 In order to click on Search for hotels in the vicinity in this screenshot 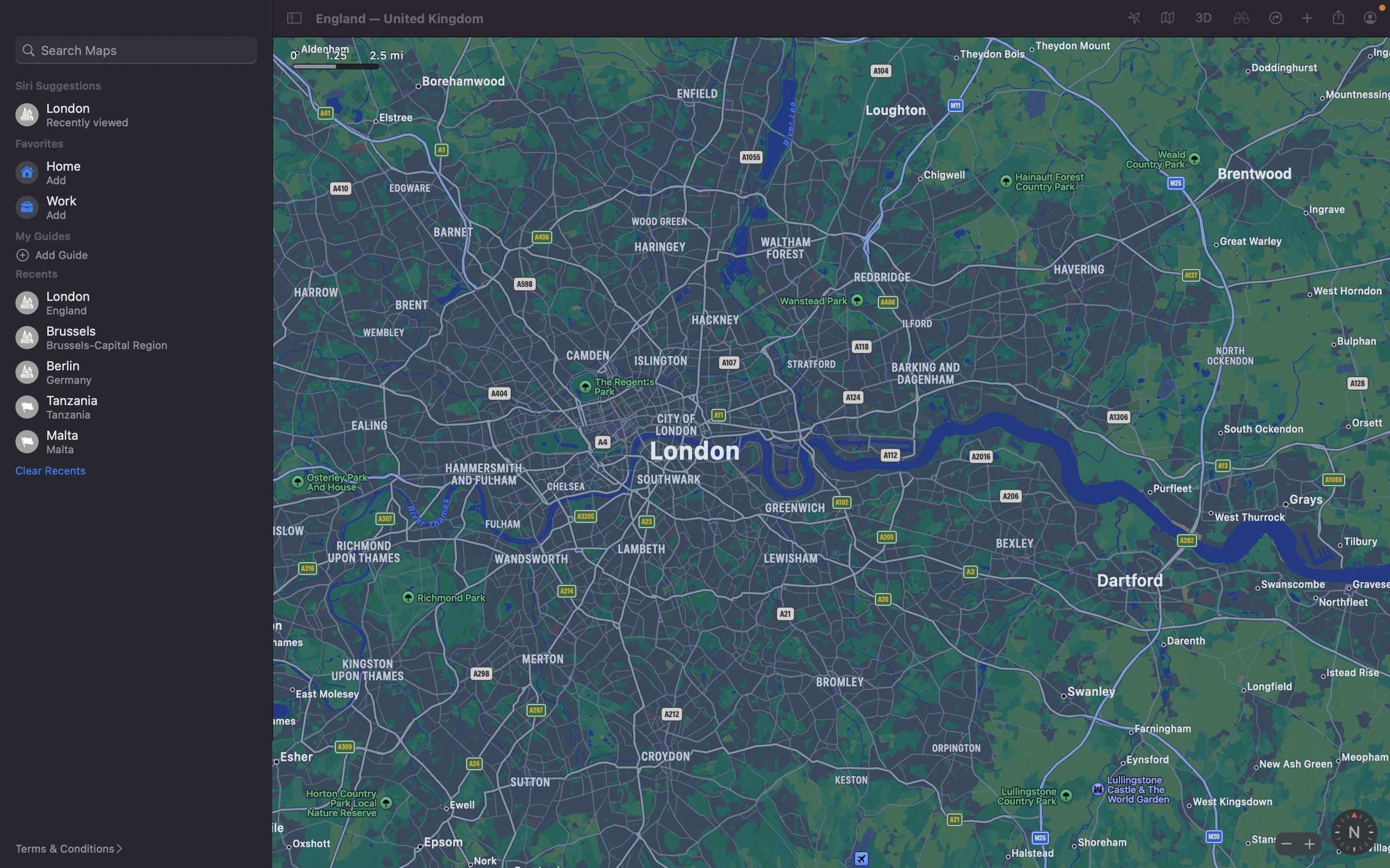, I will do `click(136, 49)`.